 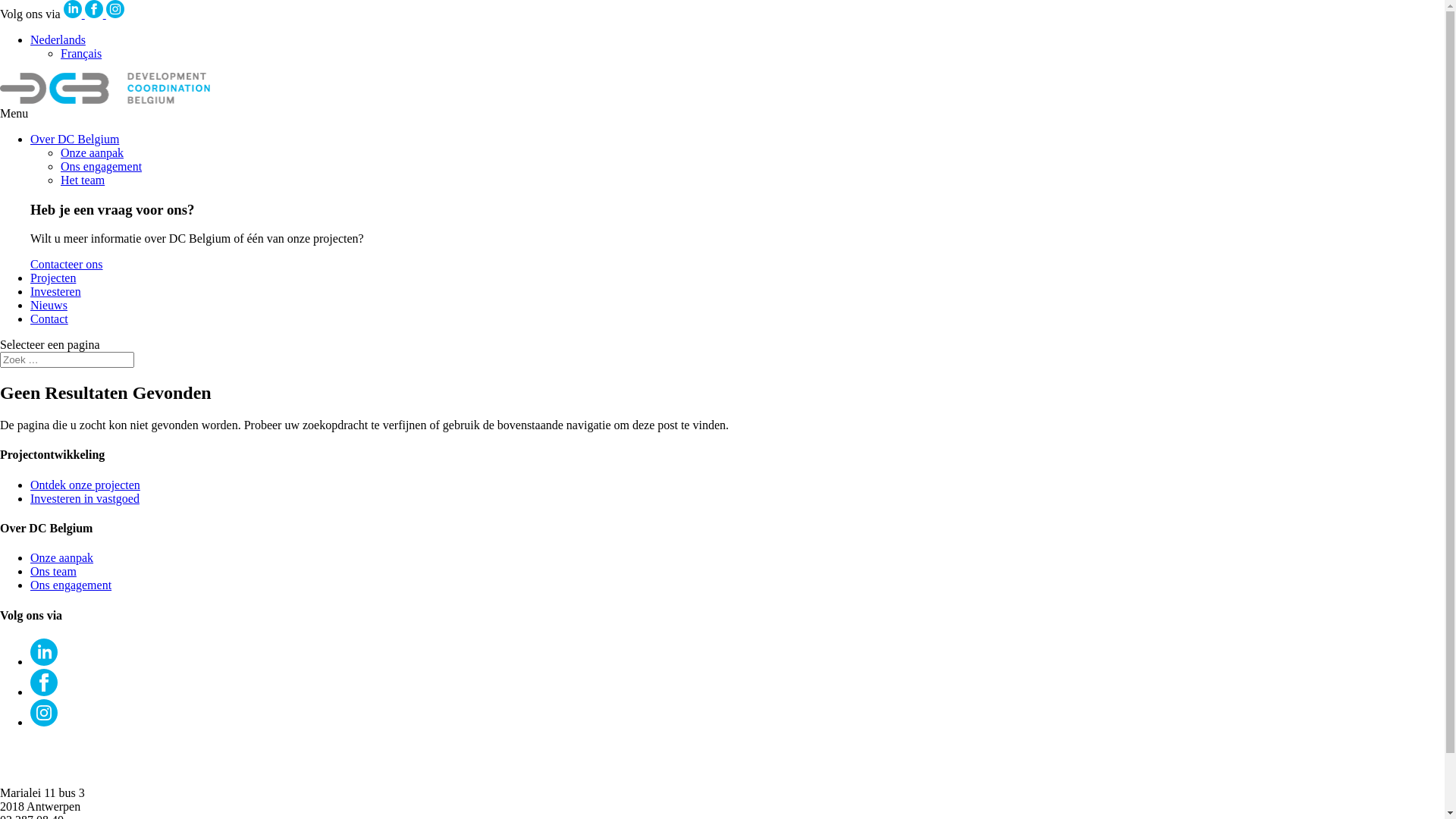 What do you see at coordinates (105, 14) in the screenshot?
I see `'DC Belgium Instagram'` at bounding box center [105, 14].